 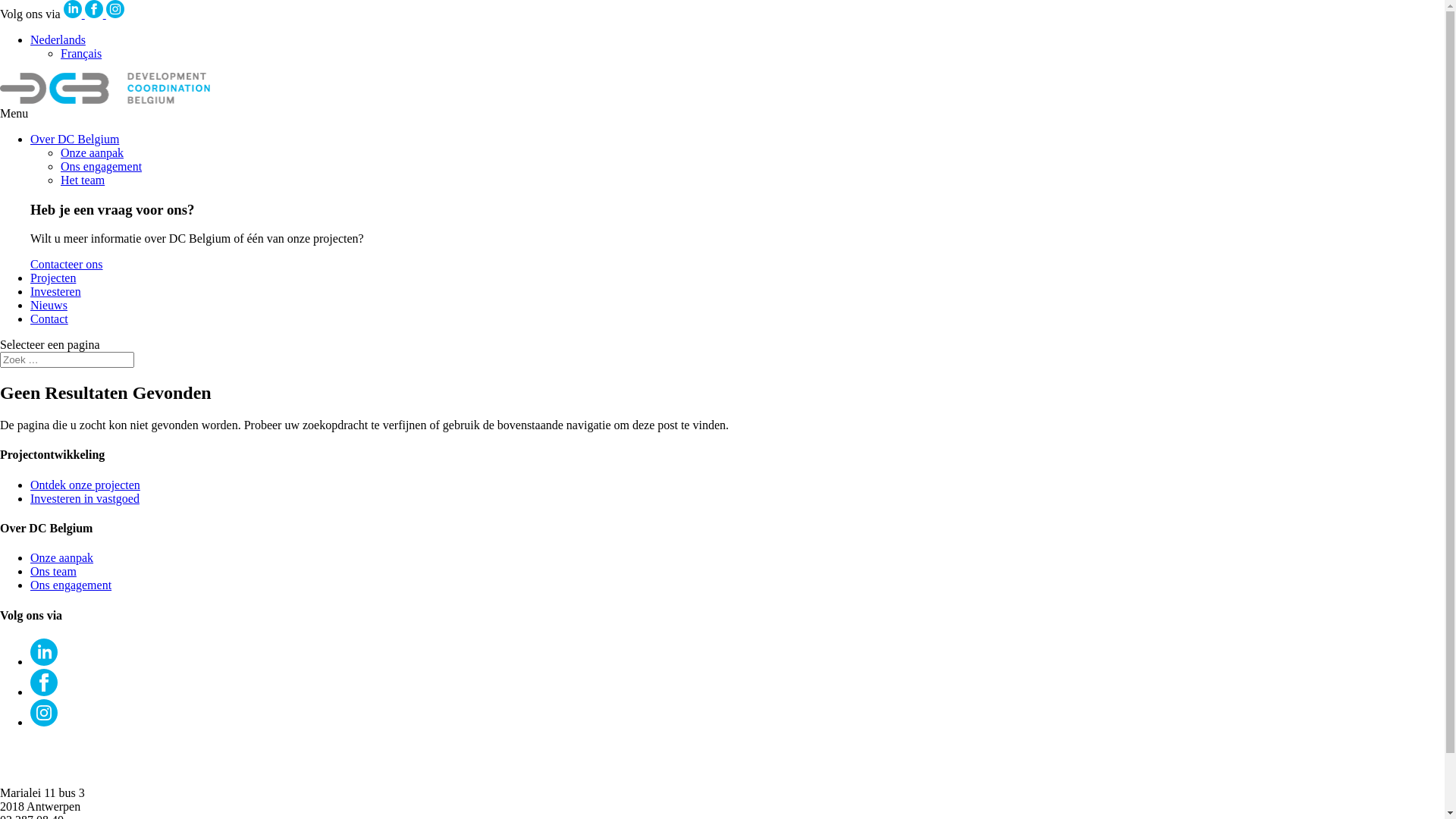 What do you see at coordinates (105, 14) in the screenshot?
I see `'DC Belgium Instagram'` at bounding box center [105, 14].